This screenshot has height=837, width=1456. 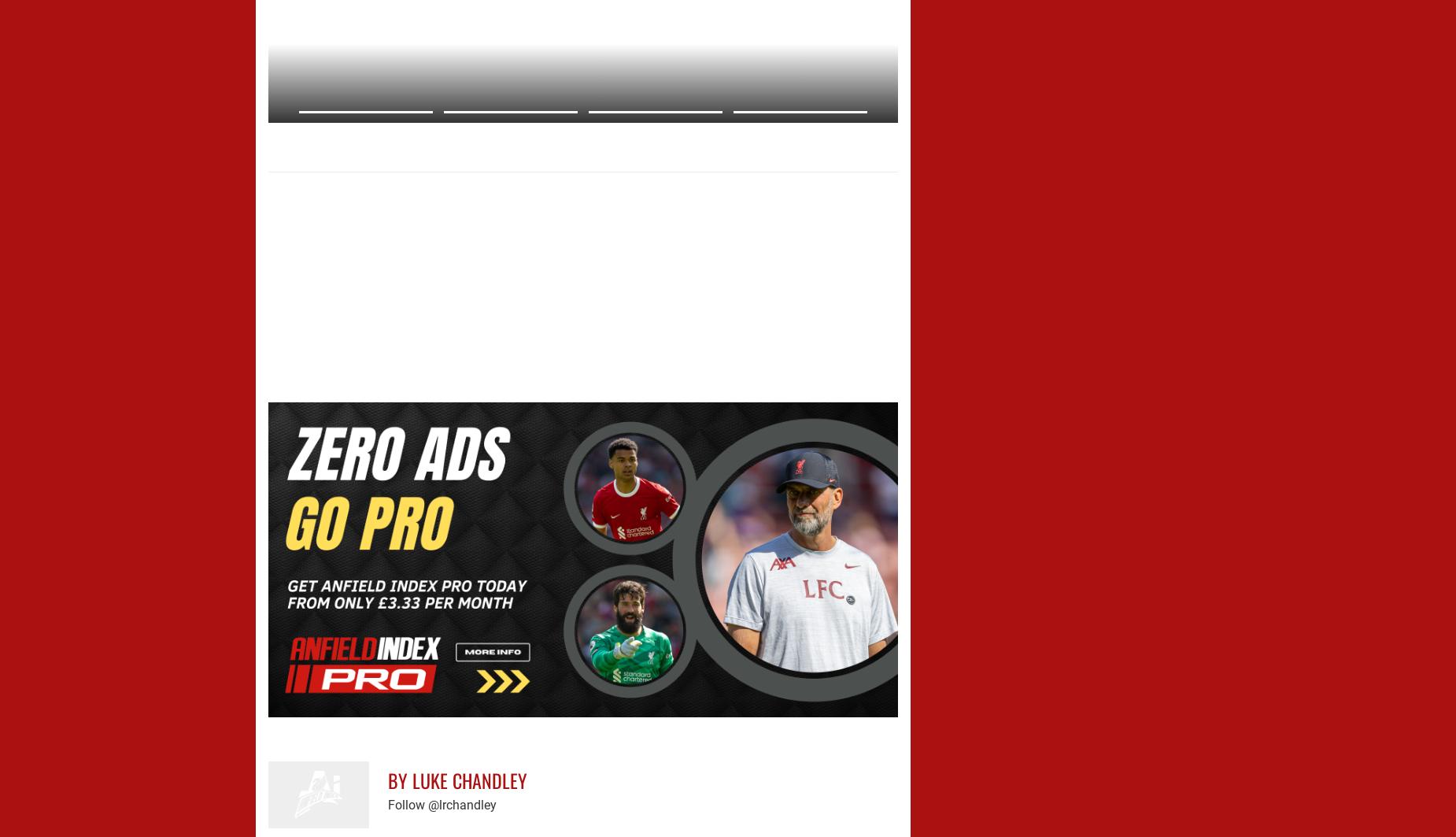 I want to click on 'investing.com', so click(x=295, y=157).